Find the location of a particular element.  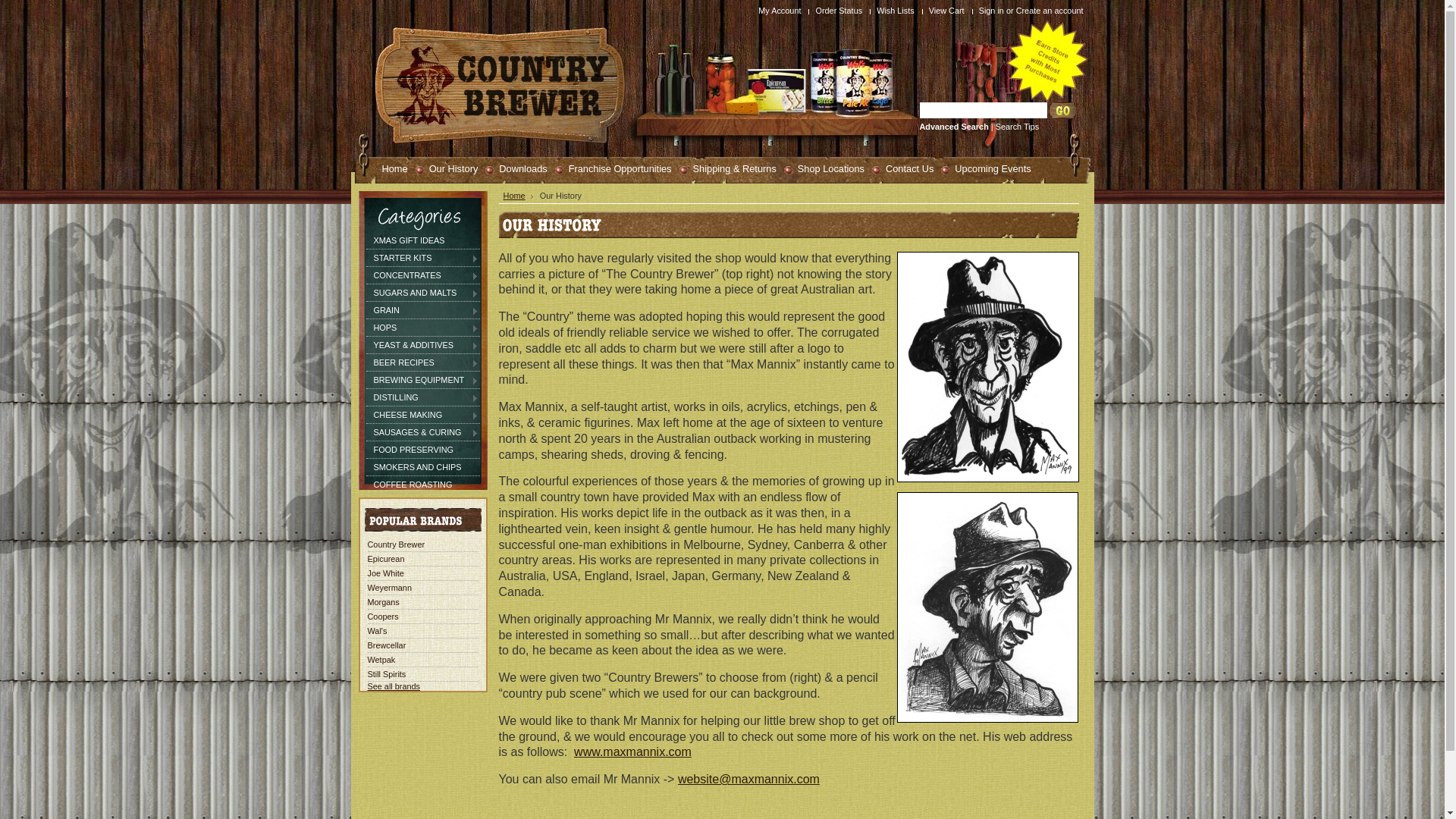

'Franchise Opportunities' is located at coordinates (613, 168).